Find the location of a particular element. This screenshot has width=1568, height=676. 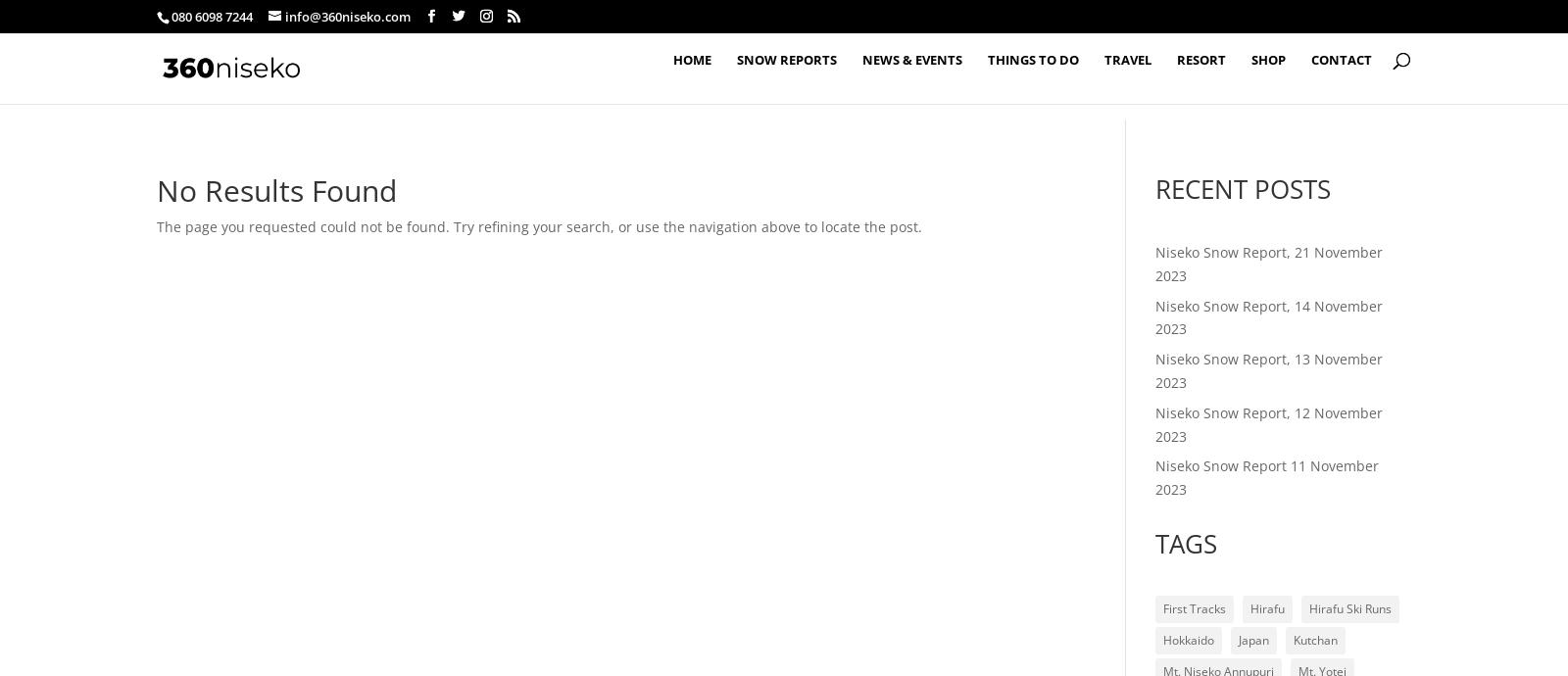

'info@360niseko.com' is located at coordinates (285, 16).